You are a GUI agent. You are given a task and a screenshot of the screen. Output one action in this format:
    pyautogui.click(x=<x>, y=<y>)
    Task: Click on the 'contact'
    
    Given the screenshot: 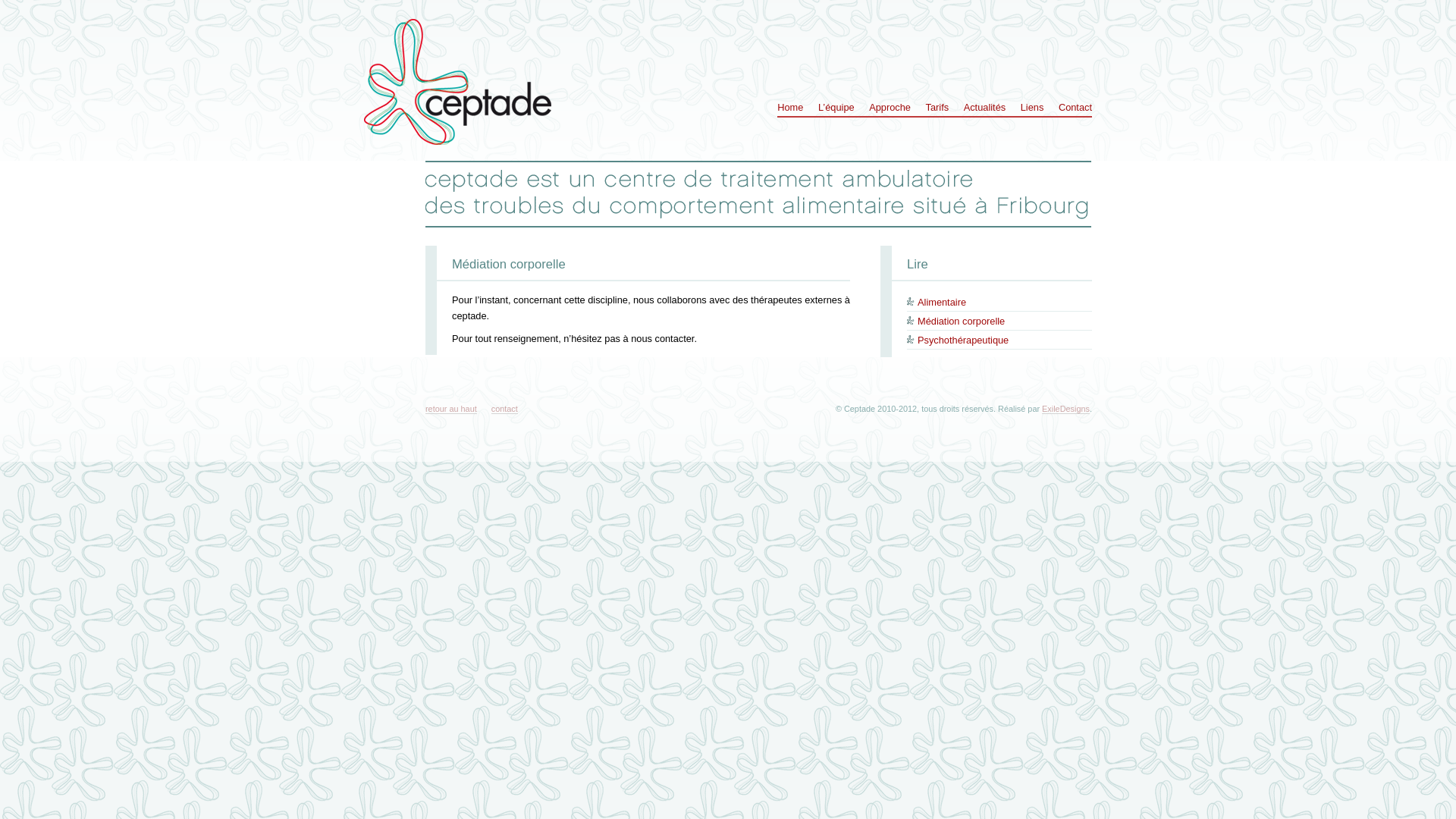 What is the action you would take?
    pyautogui.click(x=491, y=408)
    